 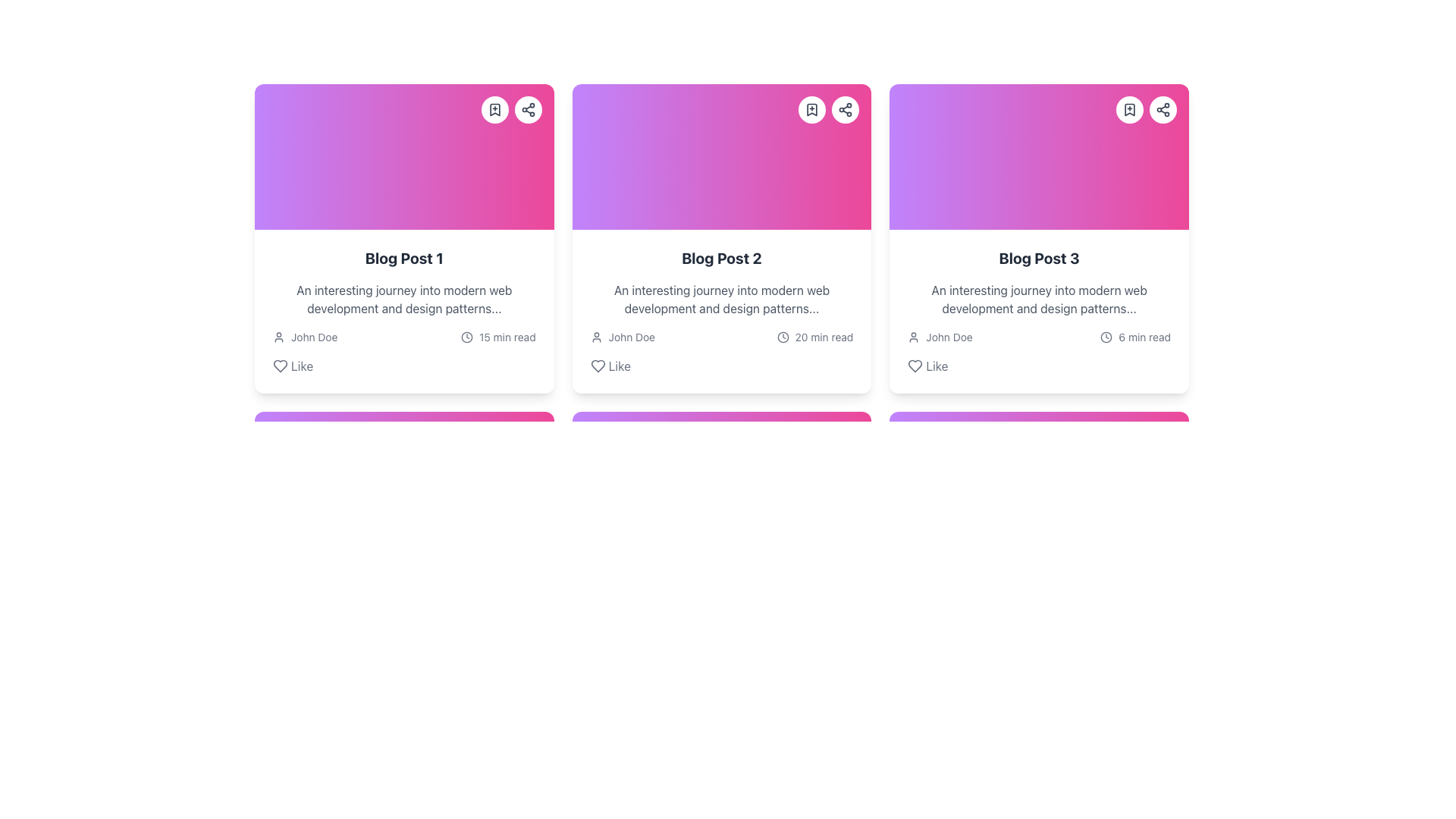 What do you see at coordinates (597, 366) in the screenshot?
I see `the heart-shaped icon button located in the bottom left section of the second card in a three-card layout to like the post` at bounding box center [597, 366].